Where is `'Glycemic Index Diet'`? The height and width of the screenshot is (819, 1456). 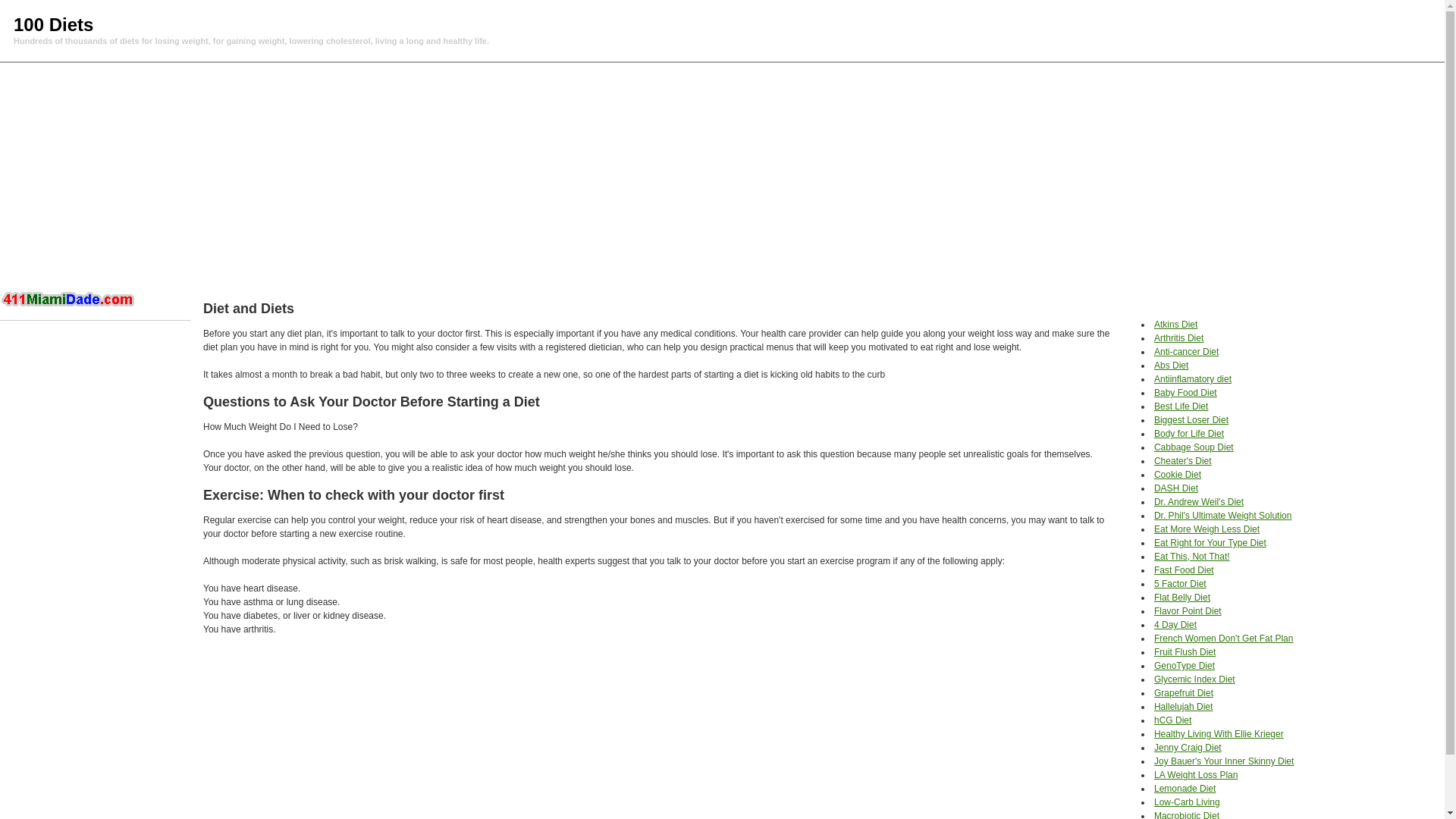 'Glycemic Index Diet' is located at coordinates (1153, 678).